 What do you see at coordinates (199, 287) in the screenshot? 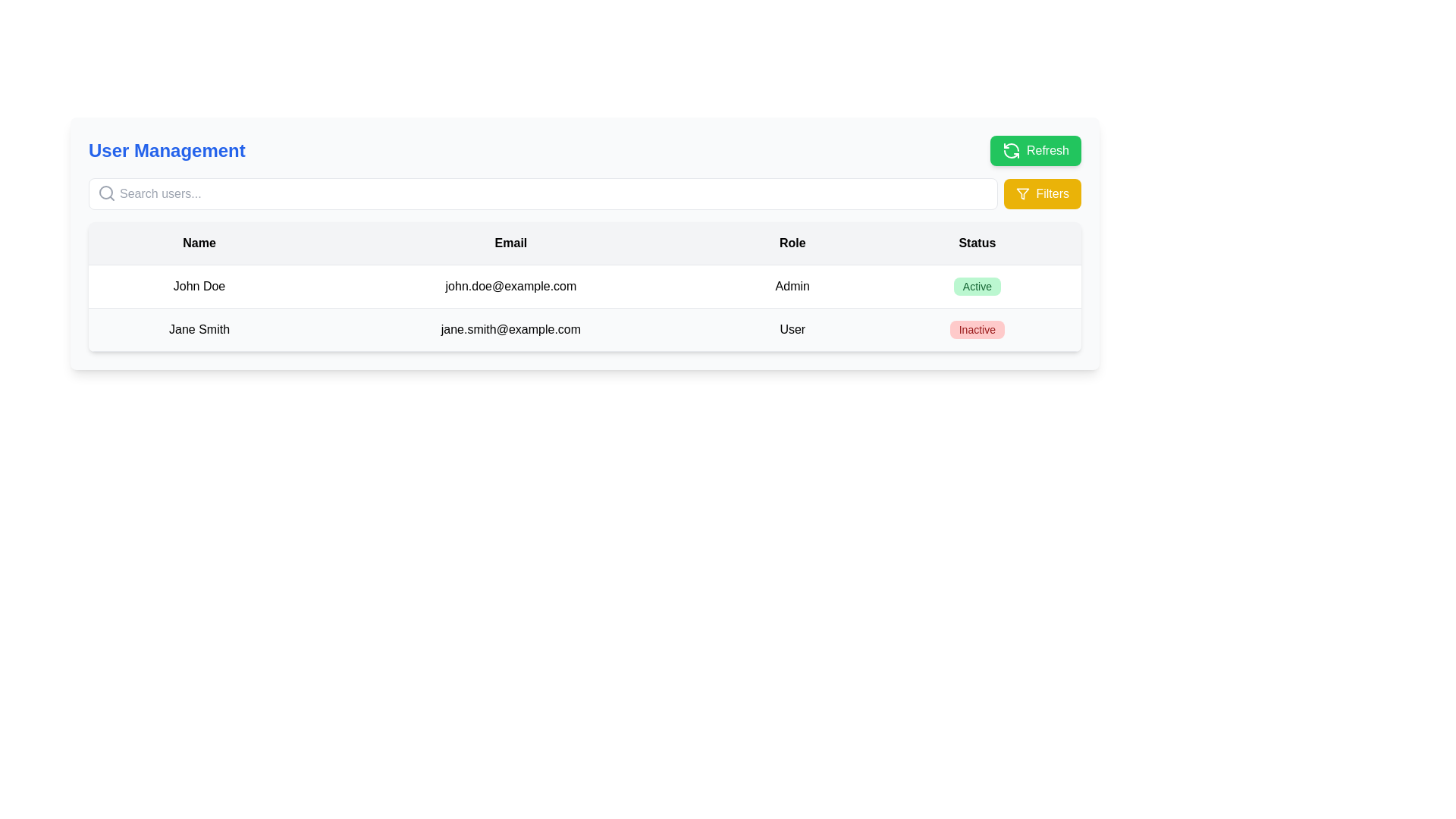
I see `the text label displaying 'John Doe'` at bounding box center [199, 287].